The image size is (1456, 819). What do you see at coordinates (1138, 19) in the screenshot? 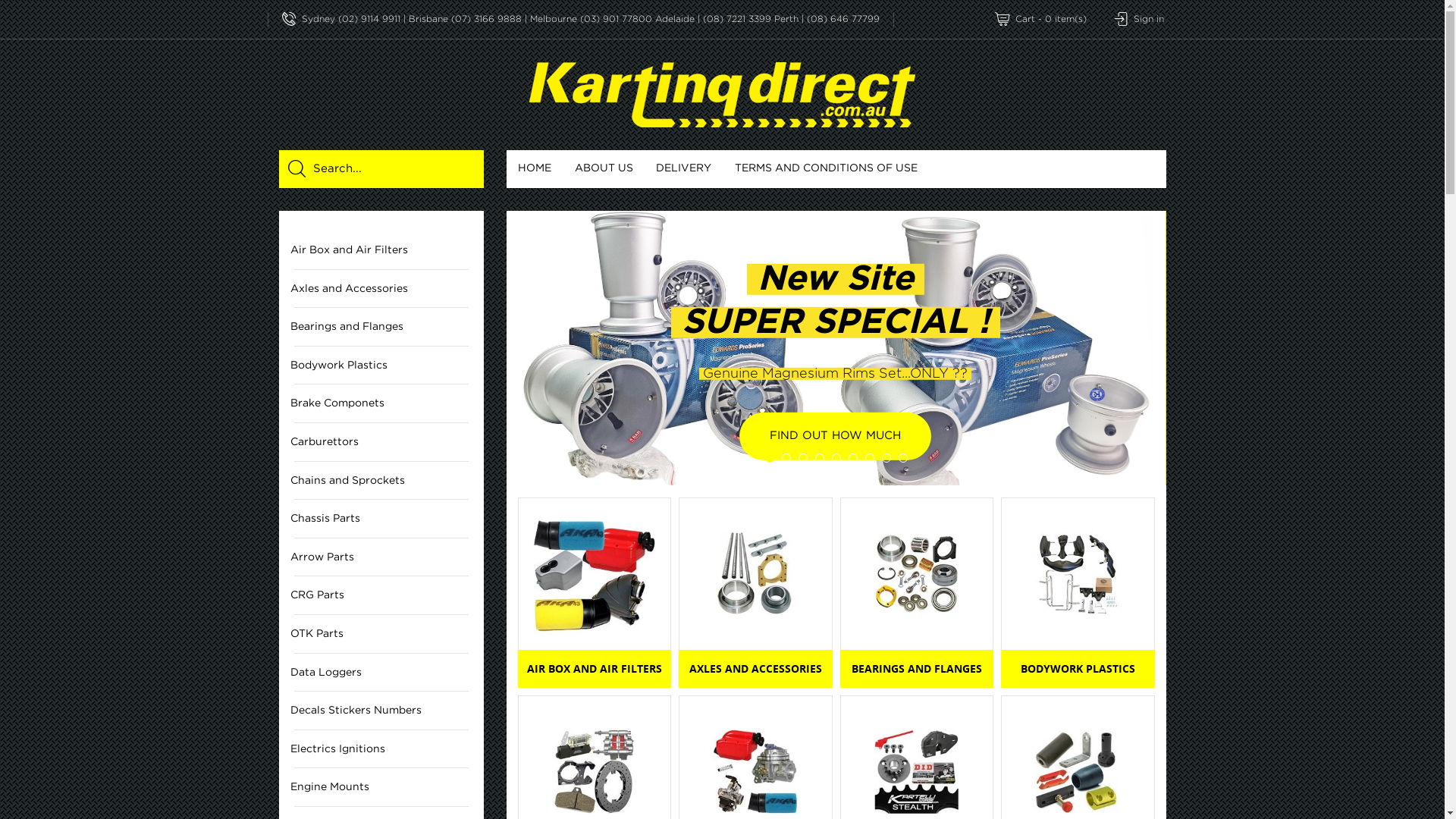
I see `'Sign in'` at bounding box center [1138, 19].